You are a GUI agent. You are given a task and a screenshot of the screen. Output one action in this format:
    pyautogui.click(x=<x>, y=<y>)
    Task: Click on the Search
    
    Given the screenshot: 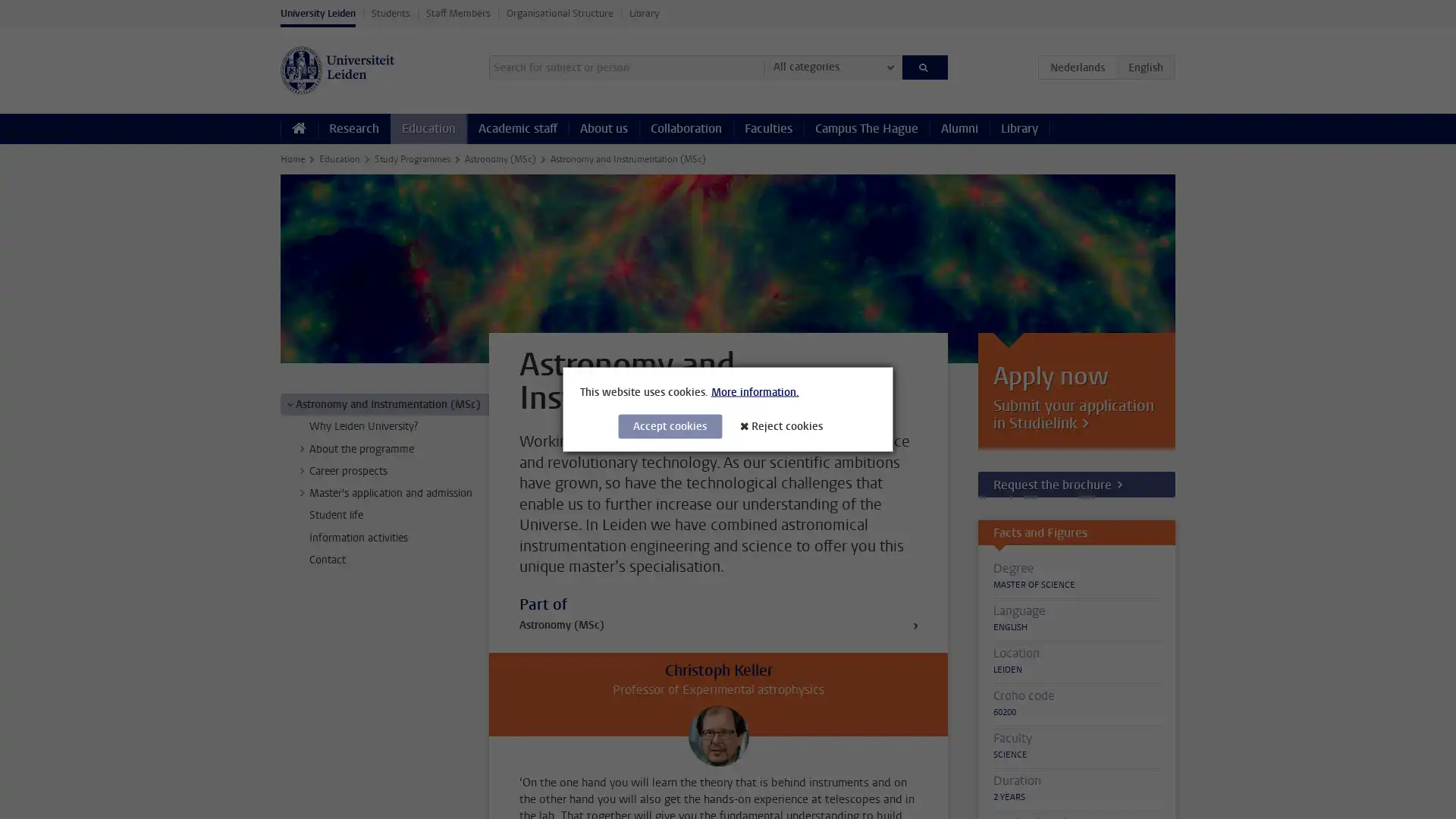 What is the action you would take?
    pyautogui.click(x=924, y=66)
    